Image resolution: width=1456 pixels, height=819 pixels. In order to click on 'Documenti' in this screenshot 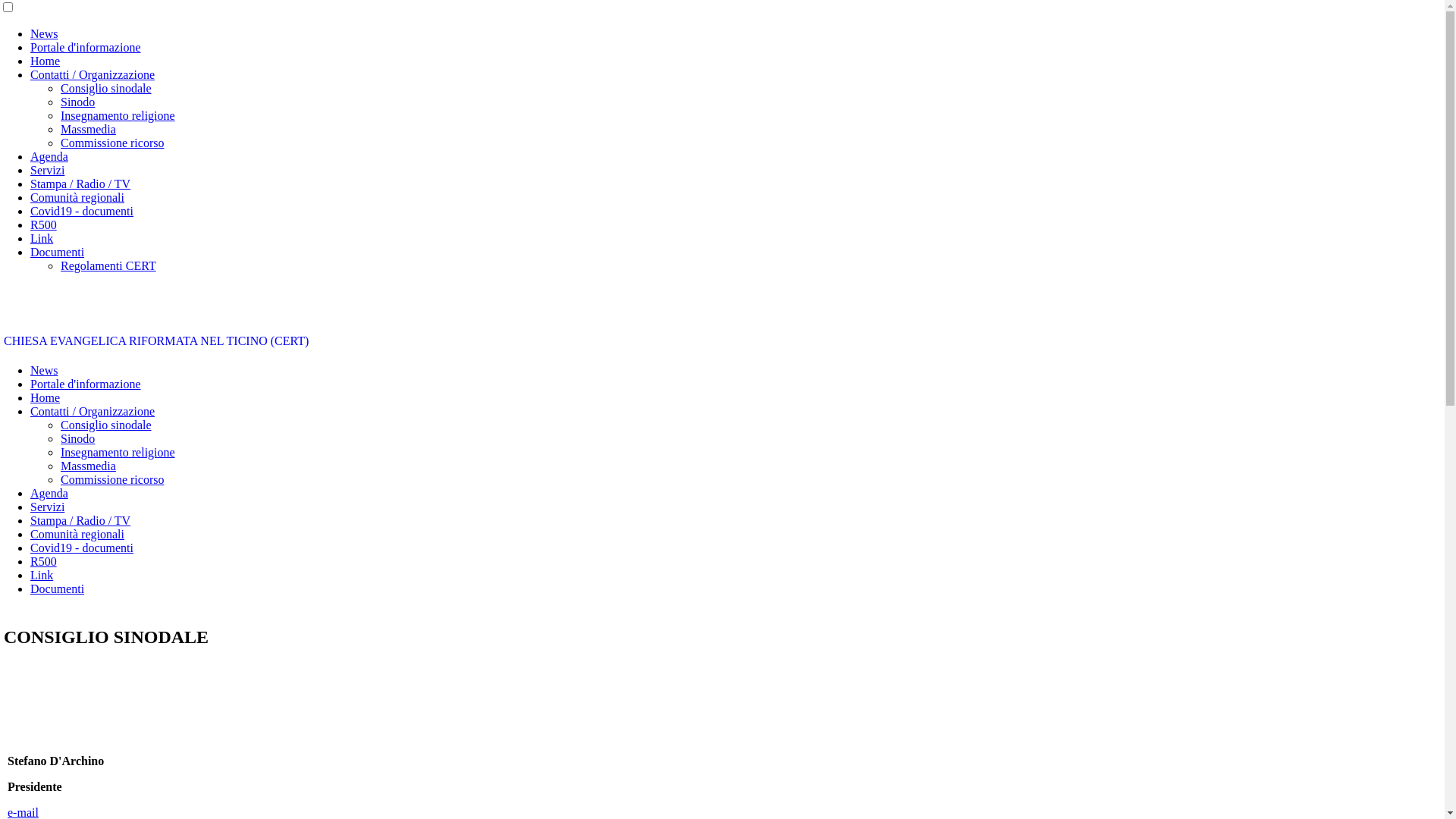, I will do `click(57, 251)`.